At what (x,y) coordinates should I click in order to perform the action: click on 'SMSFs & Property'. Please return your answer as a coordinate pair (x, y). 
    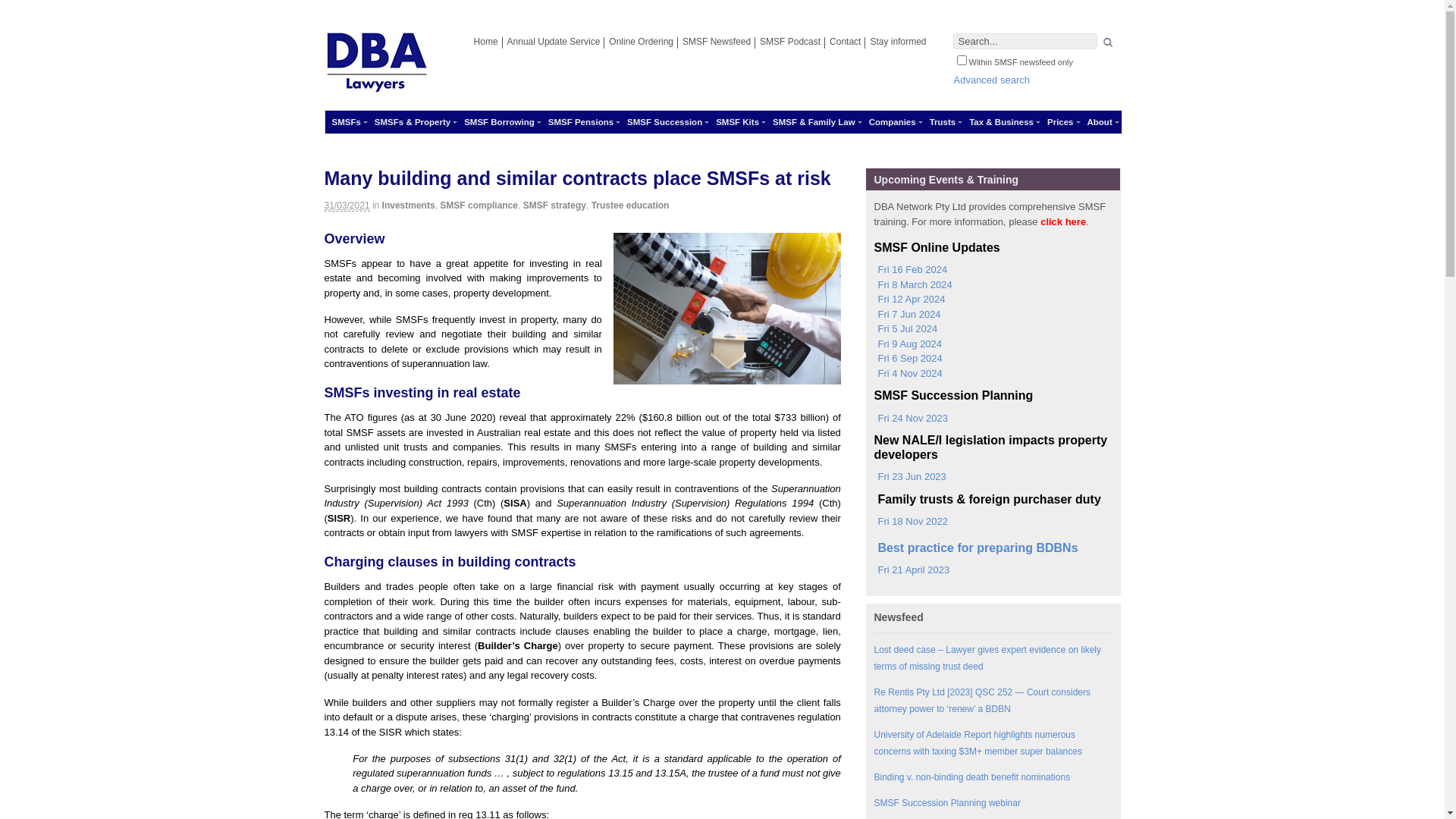
    Looking at the image, I should click on (367, 121).